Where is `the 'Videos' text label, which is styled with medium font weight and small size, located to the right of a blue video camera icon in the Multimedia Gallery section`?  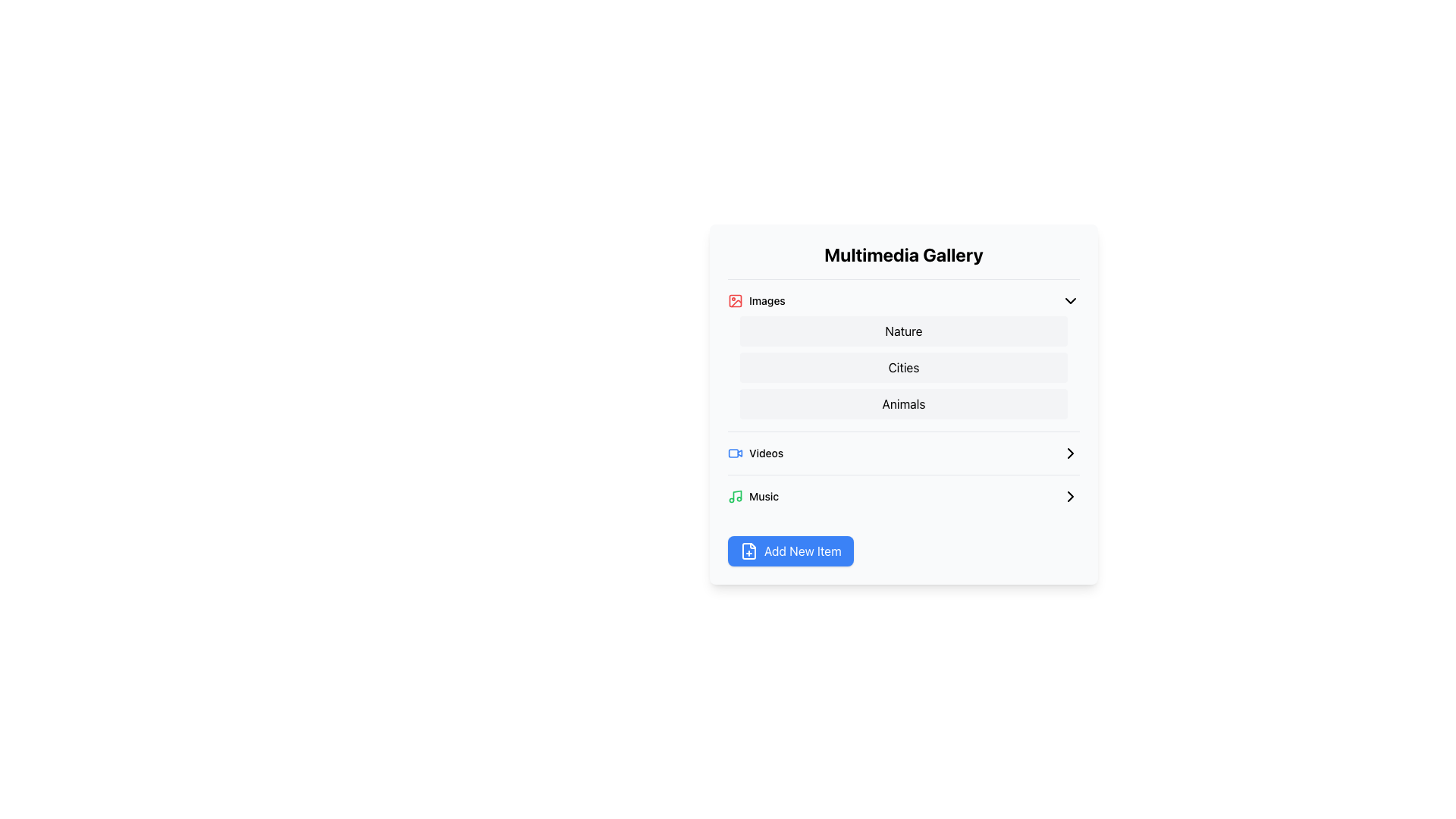 the 'Videos' text label, which is styled with medium font weight and small size, located to the right of a blue video camera icon in the Multimedia Gallery section is located at coordinates (766, 452).